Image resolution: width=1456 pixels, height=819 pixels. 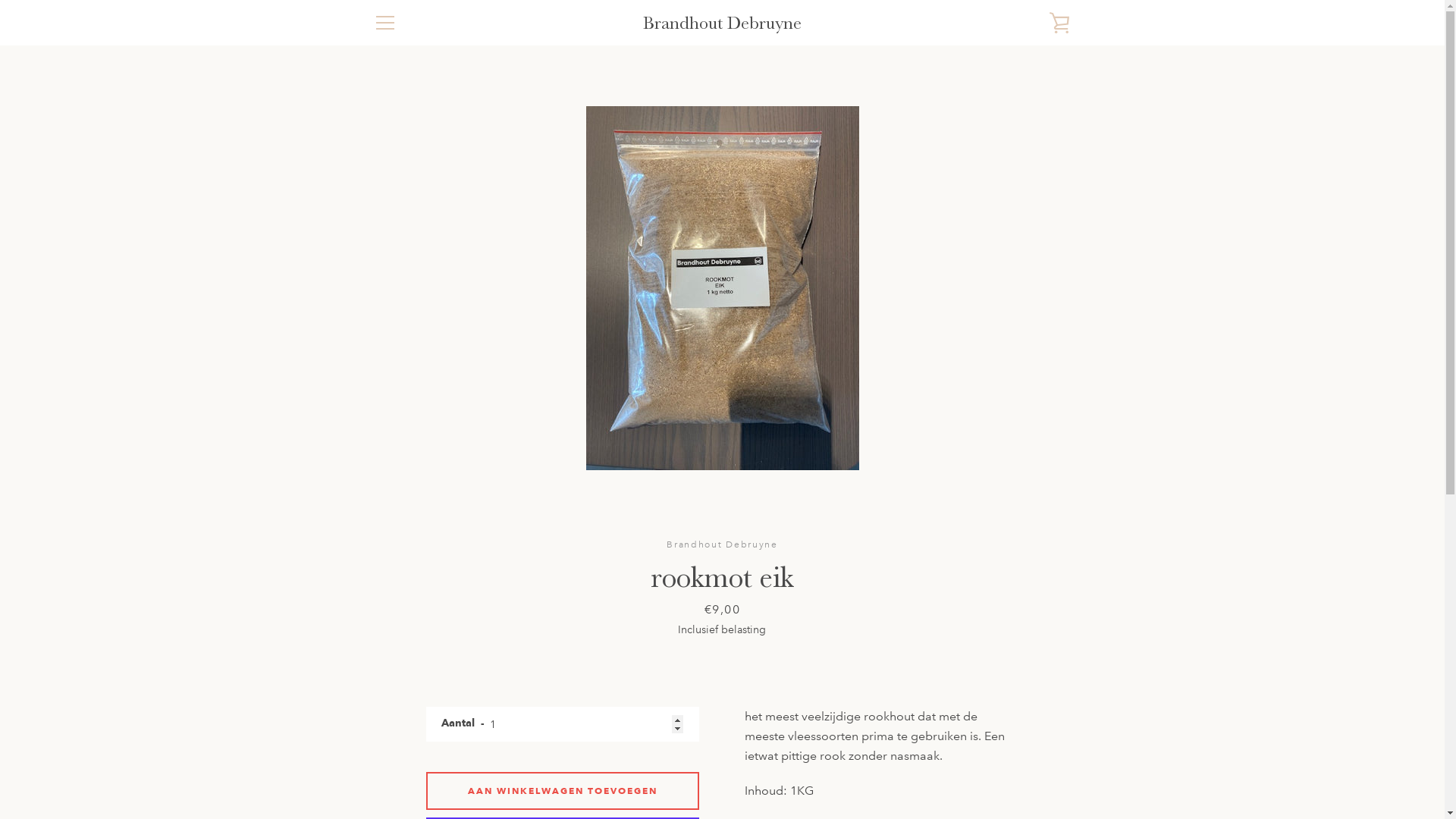 What do you see at coordinates (384, 23) in the screenshot?
I see `'MENU'` at bounding box center [384, 23].